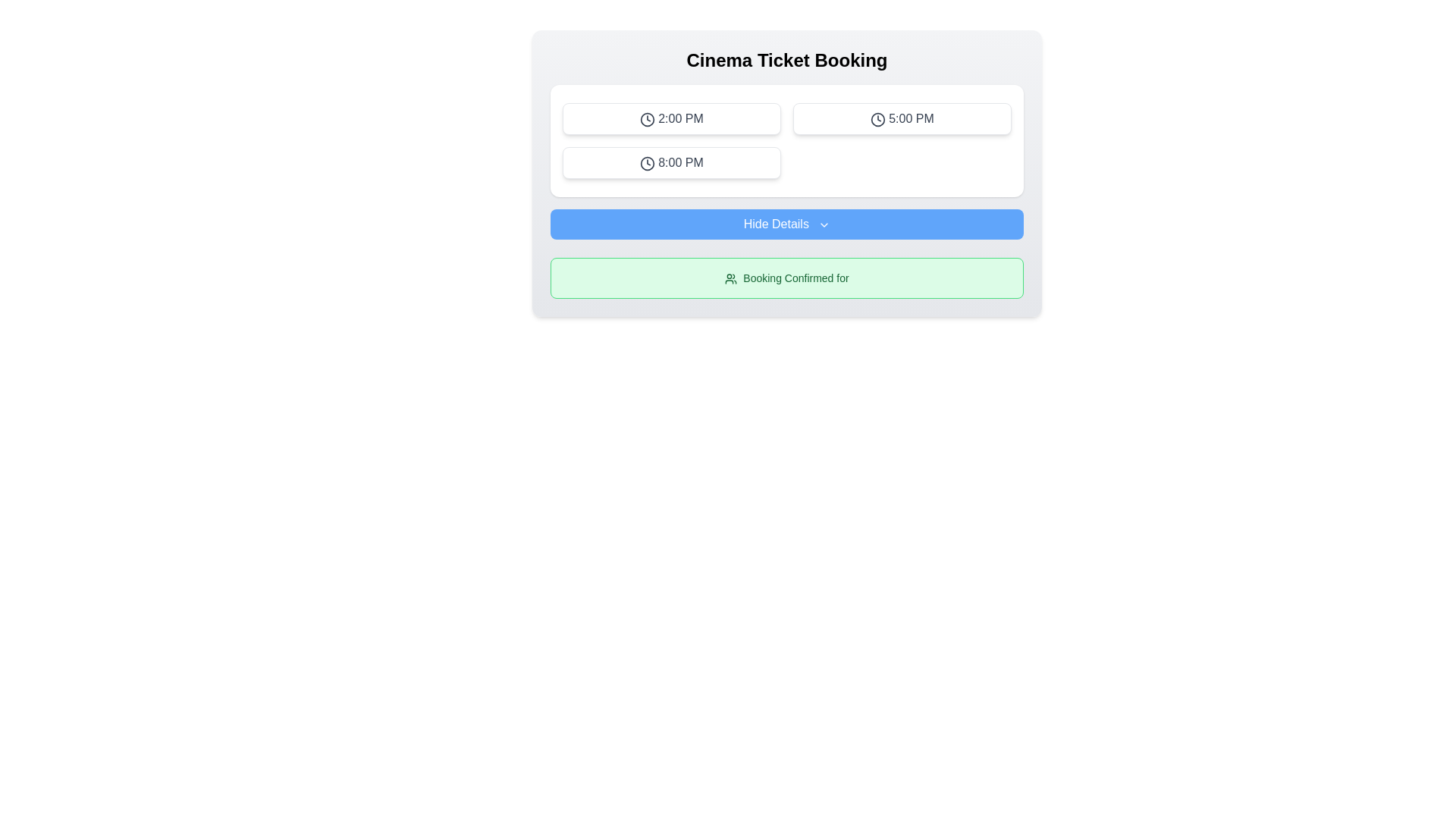 Image resolution: width=1456 pixels, height=819 pixels. What do you see at coordinates (878, 118) in the screenshot?
I see `the small circular clock icon inside the button labeled '5:00 PM', positioned towards the left side of the text` at bounding box center [878, 118].